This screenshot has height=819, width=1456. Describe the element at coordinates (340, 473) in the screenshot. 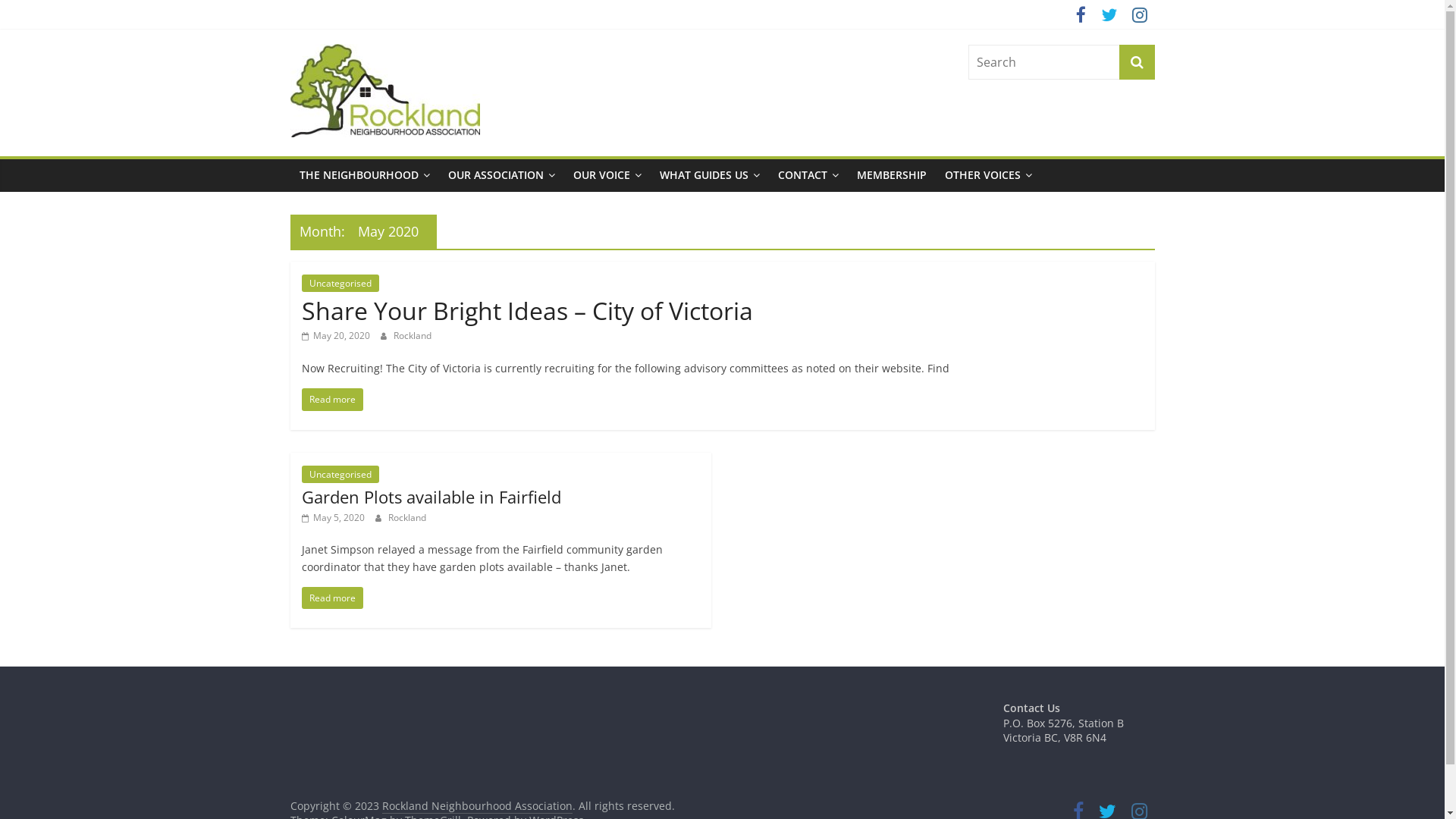

I see `'Uncategorised'` at that location.